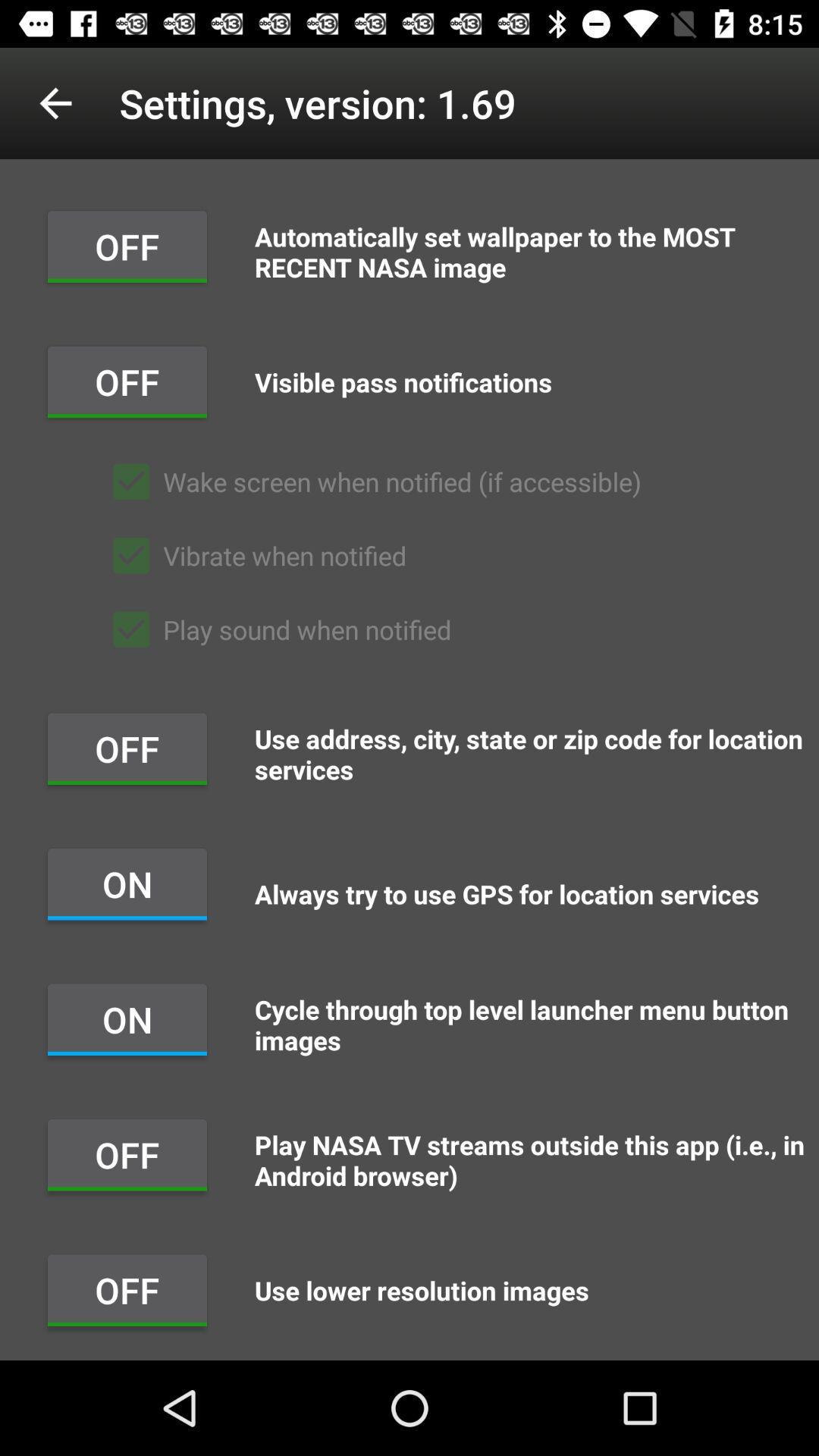  I want to click on the item below the vibrate when notified item, so click(275, 629).